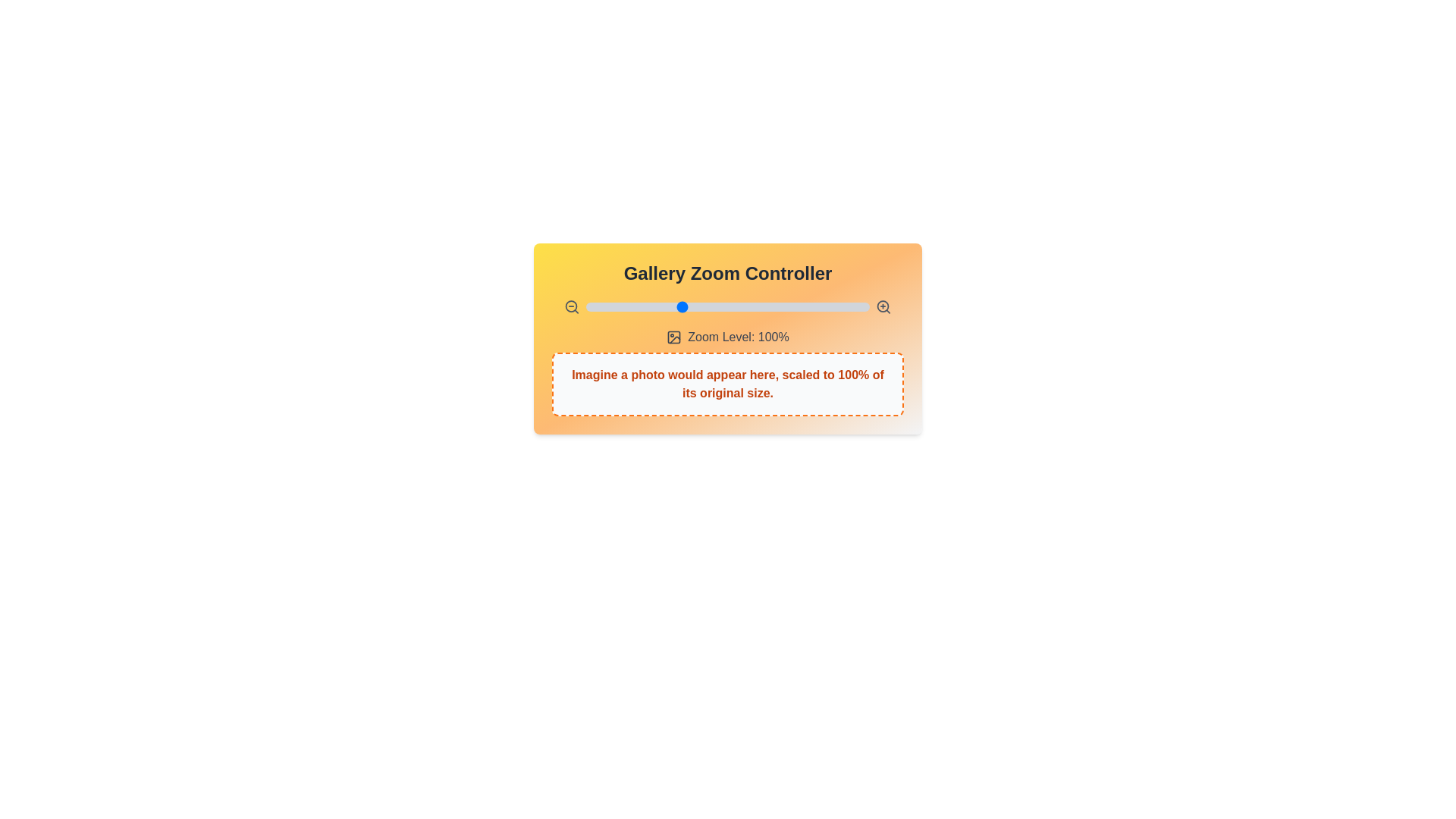  Describe the element at coordinates (883, 307) in the screenshot. I see `zoom-in button to increase the zoom level` at that location.